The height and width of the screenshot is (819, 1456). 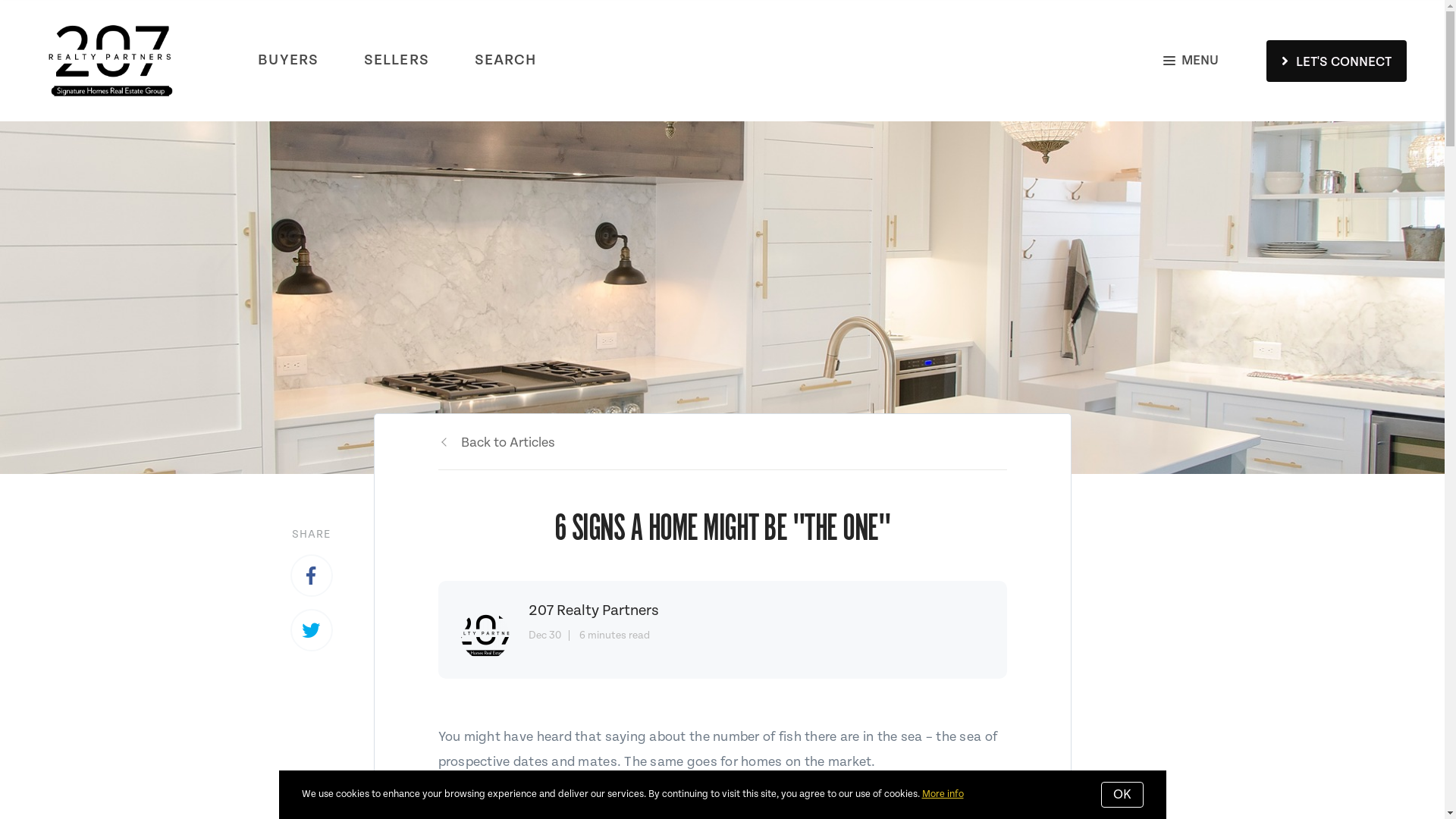 What do you see at coordinates (942, 793) in the screenshot?
I see `'More info'` at bounding box center [942, 793].